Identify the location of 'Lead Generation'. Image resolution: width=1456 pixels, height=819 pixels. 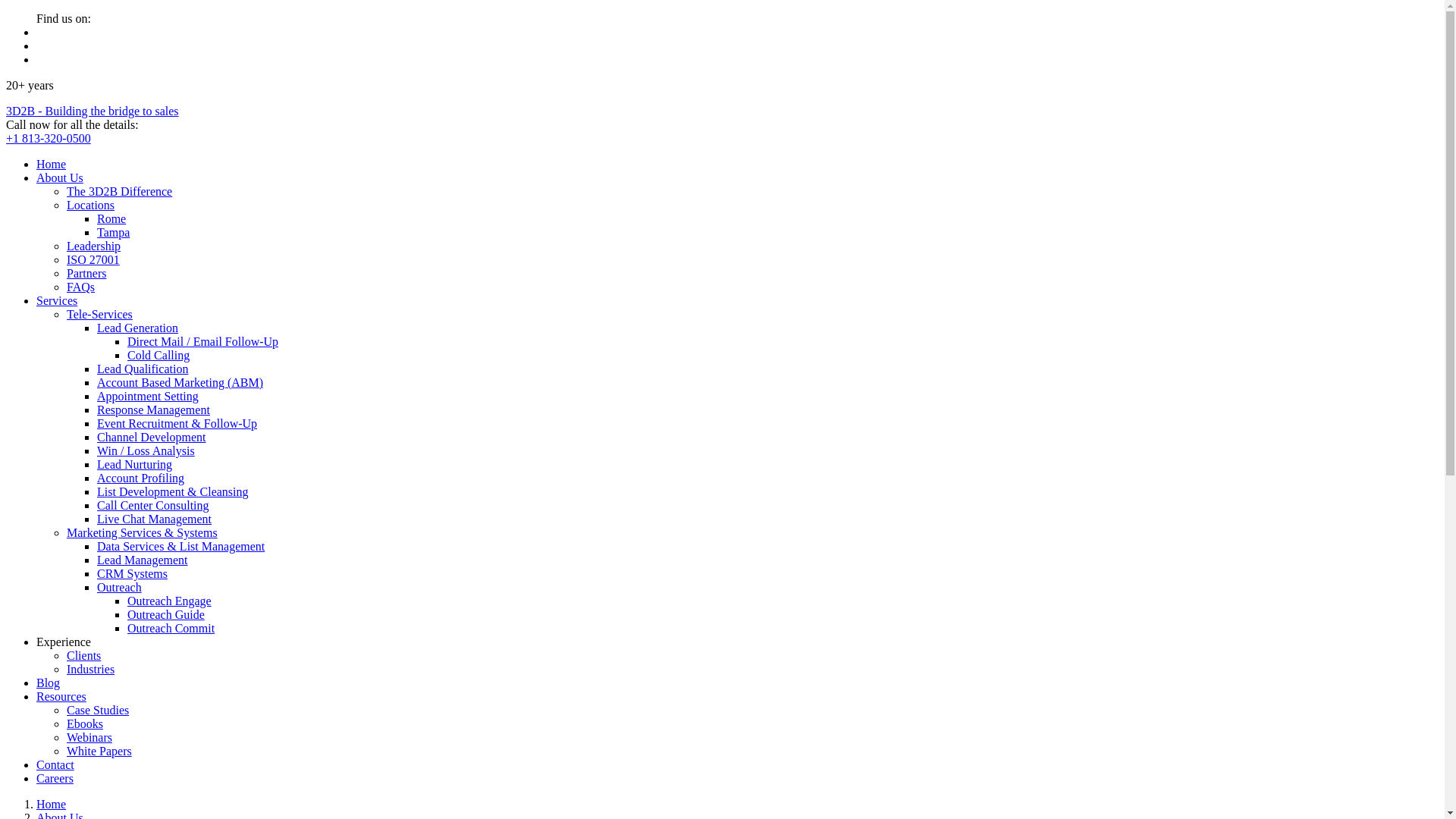
(96, 327).